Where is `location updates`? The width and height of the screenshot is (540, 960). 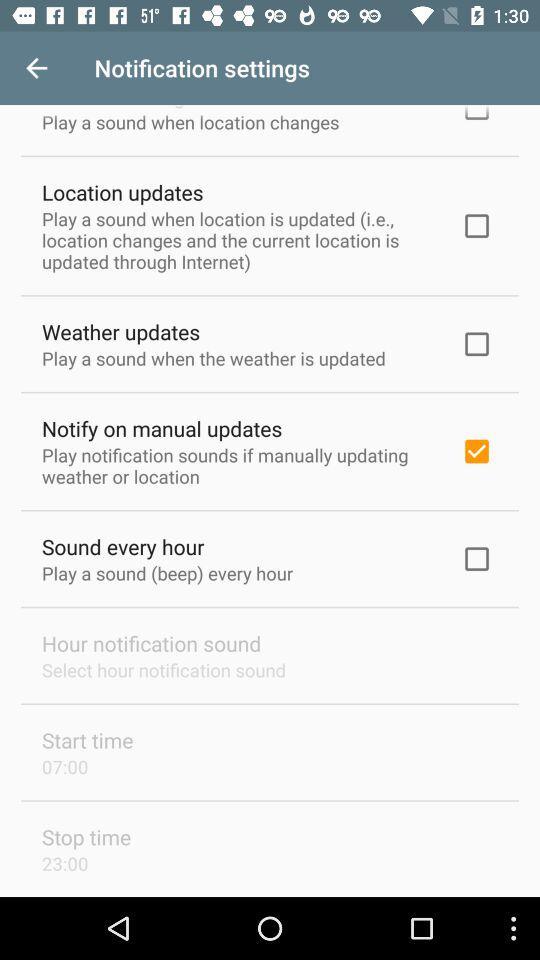
location updates is located at coordinates (122, 192).